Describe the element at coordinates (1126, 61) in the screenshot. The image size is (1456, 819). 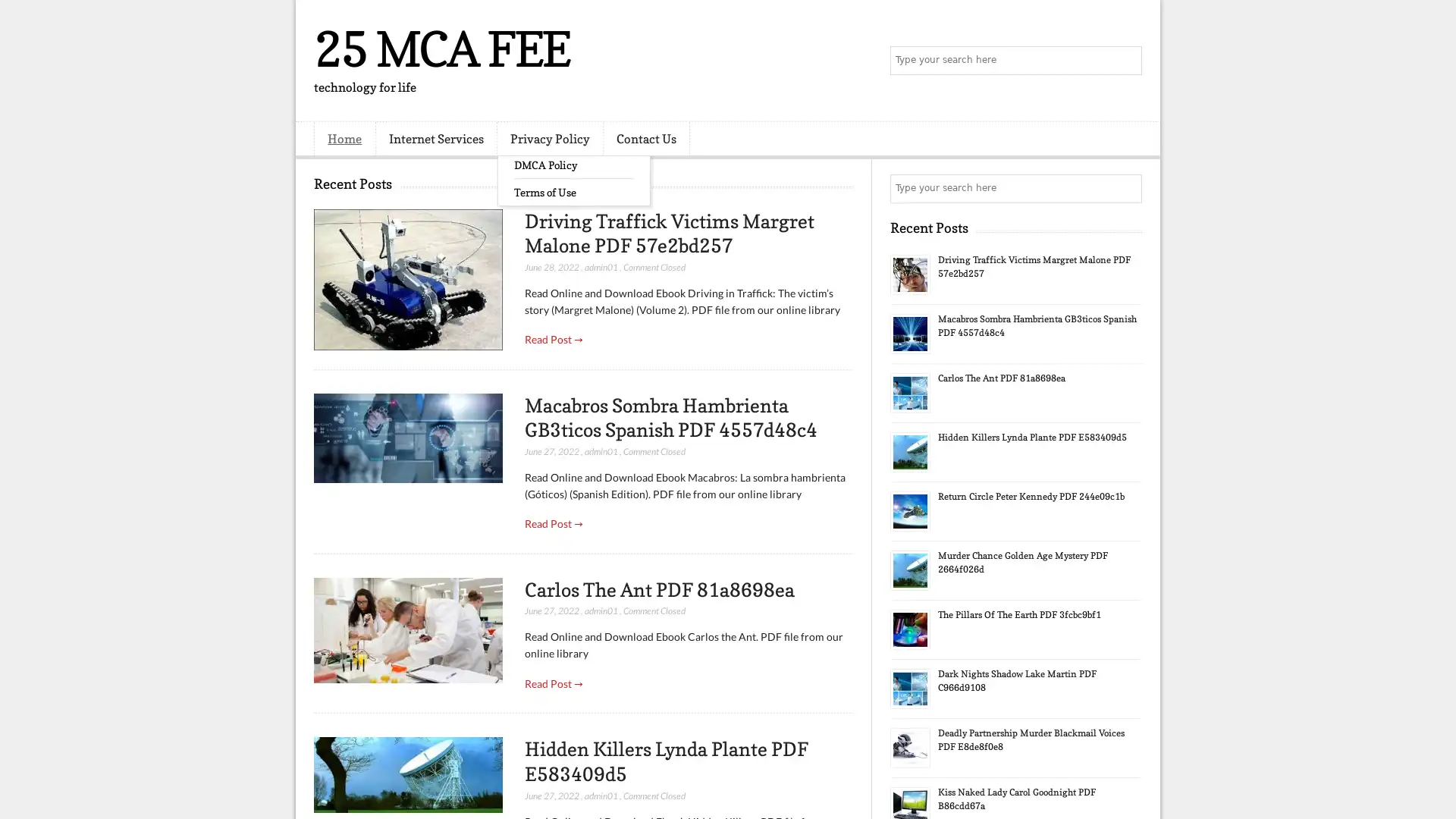
I see `Search` at that location.